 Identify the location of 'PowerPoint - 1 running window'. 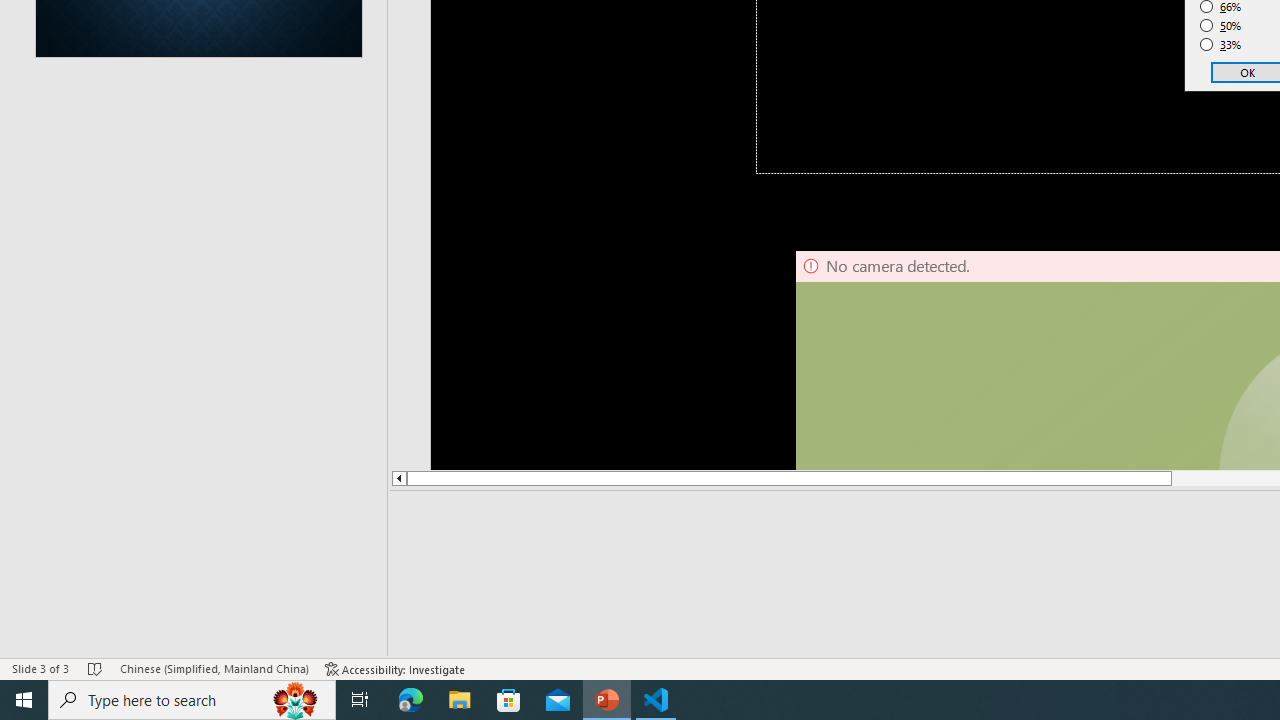
(606, 698).